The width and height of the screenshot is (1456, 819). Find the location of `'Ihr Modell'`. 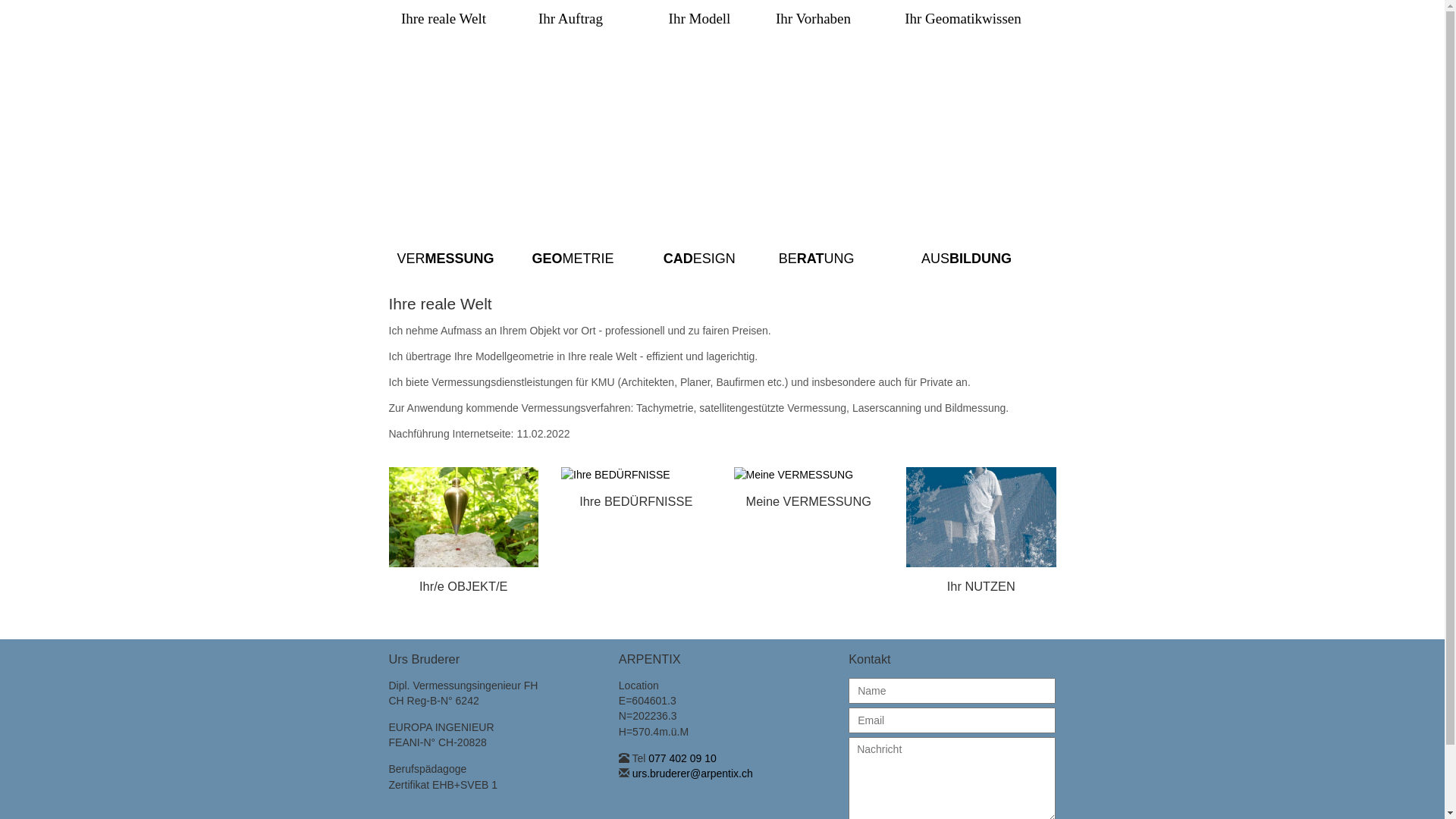

'Ihr Modell' is located at coordinates (698, 18).